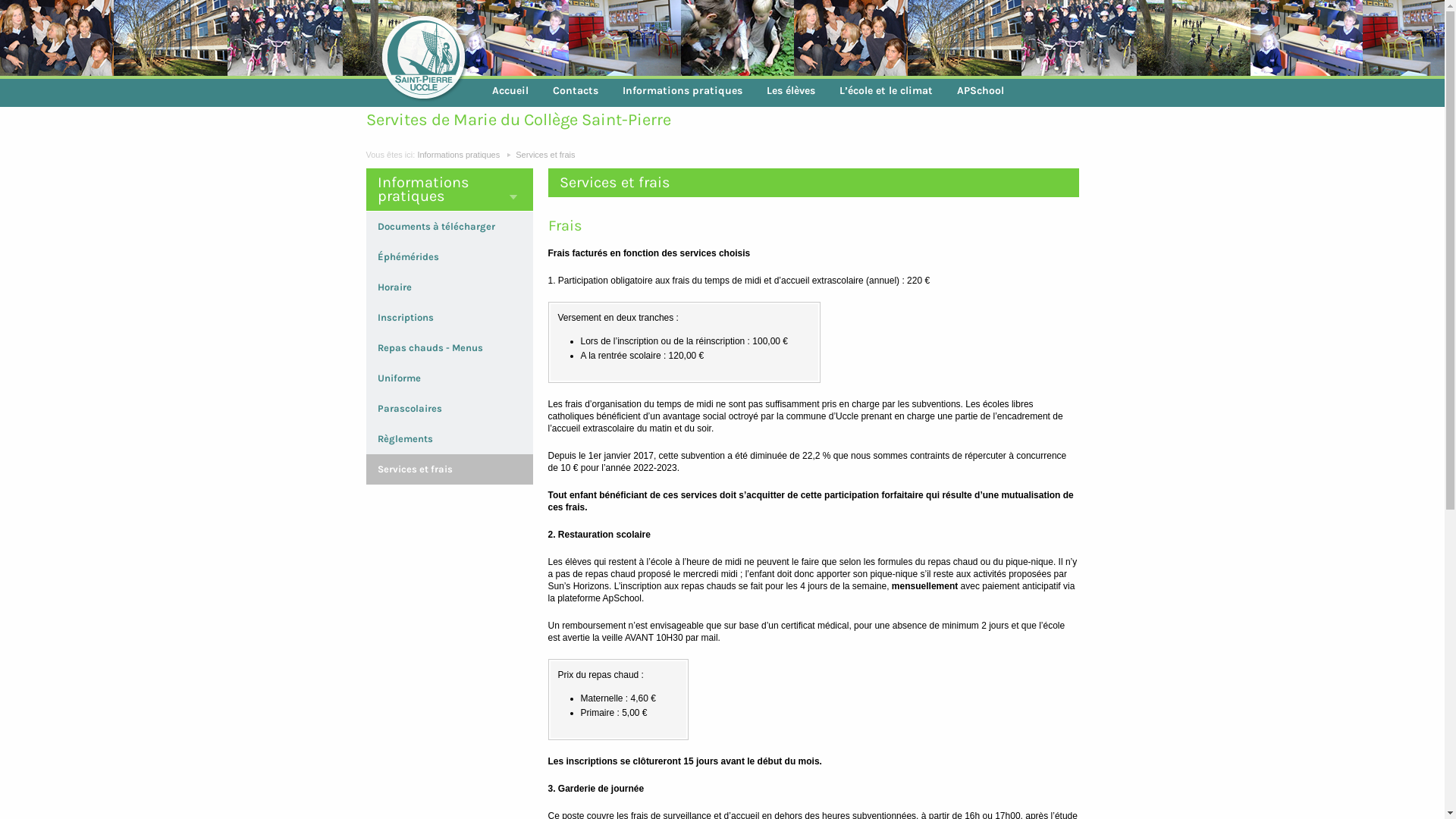 The height and width of the screenshot is (819, 1456). I want to click on 'Parascolaires', so click(409, 407).